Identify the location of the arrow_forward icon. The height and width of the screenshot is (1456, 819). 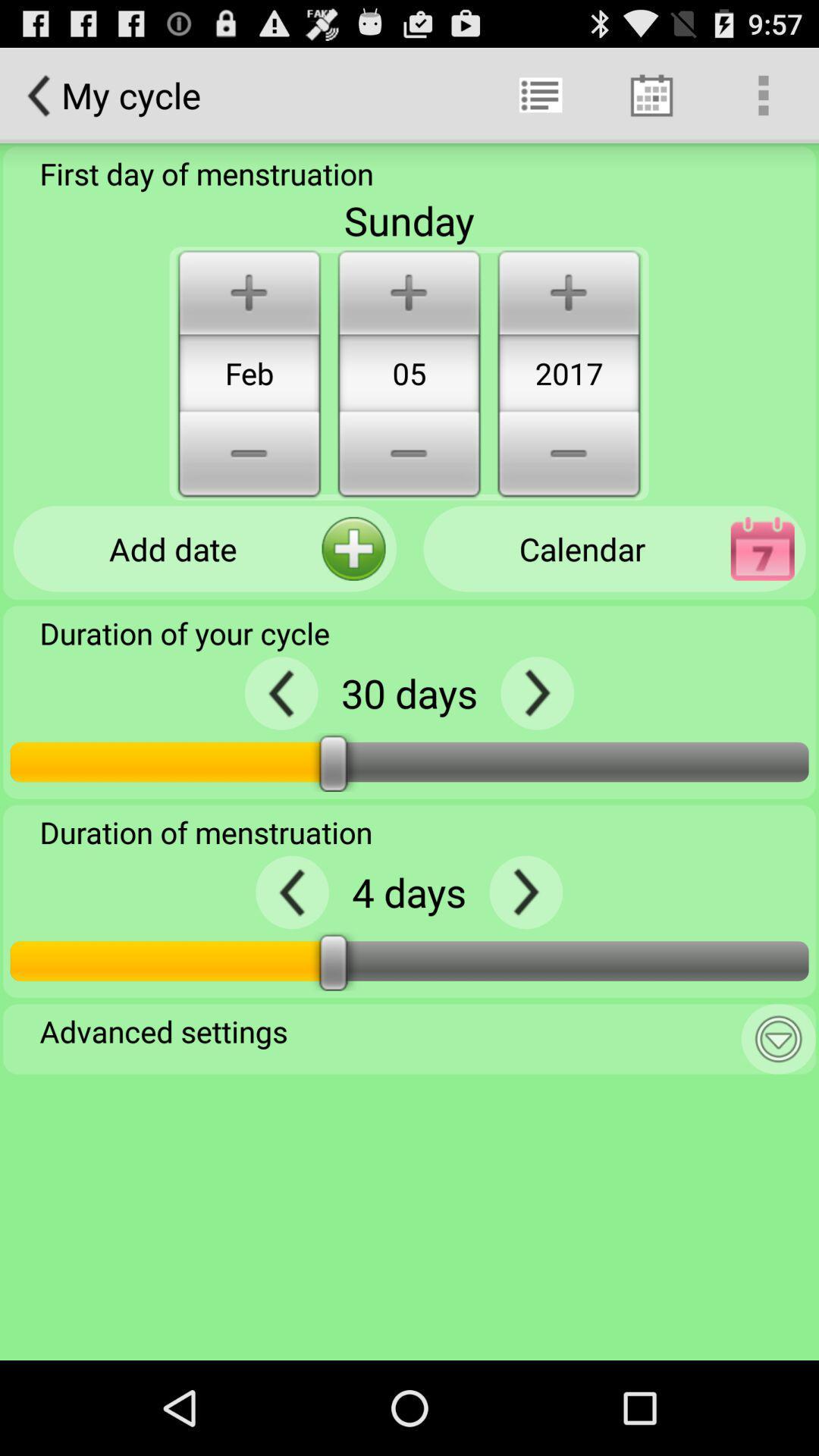
(536, 742).